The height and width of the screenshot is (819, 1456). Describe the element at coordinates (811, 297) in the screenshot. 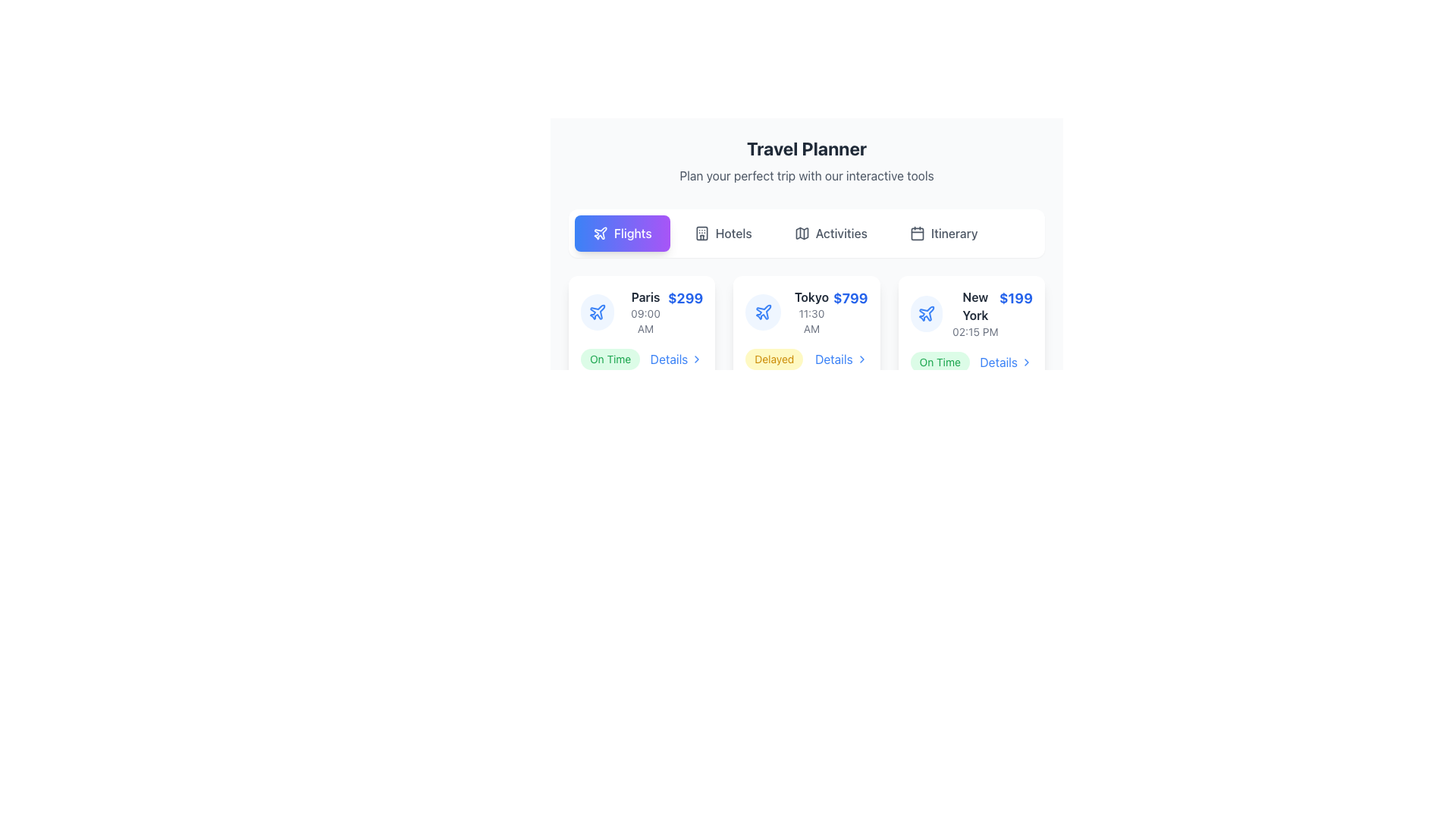

I see `text label displaying 'Tokyo' which is located at the upper part of the second card in a horizontally arranged collection of cards` at that location.